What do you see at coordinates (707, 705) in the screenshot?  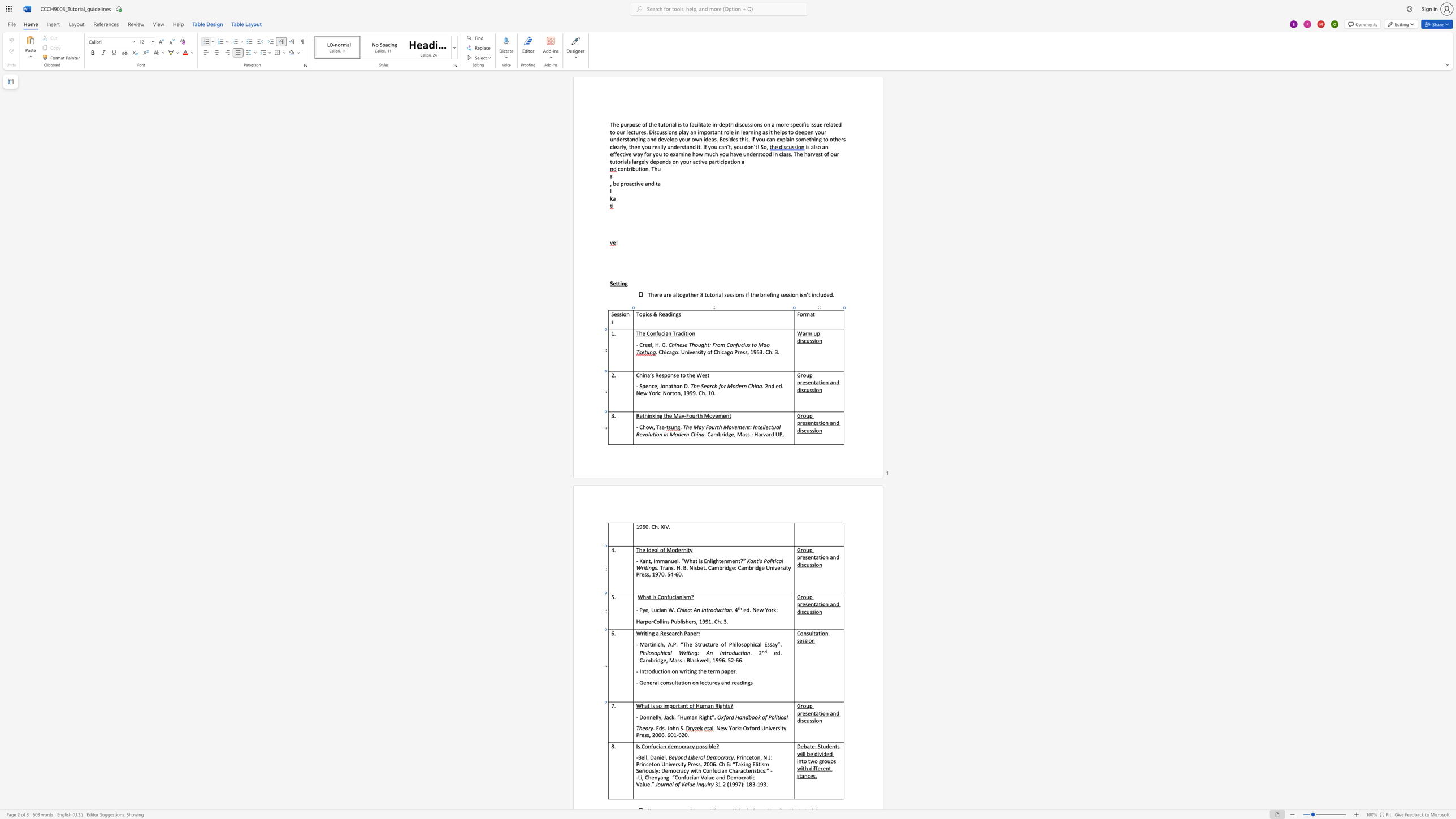 I see `the space between the continuous character "m" and "a" in the text` at bounding box center [707, 705].